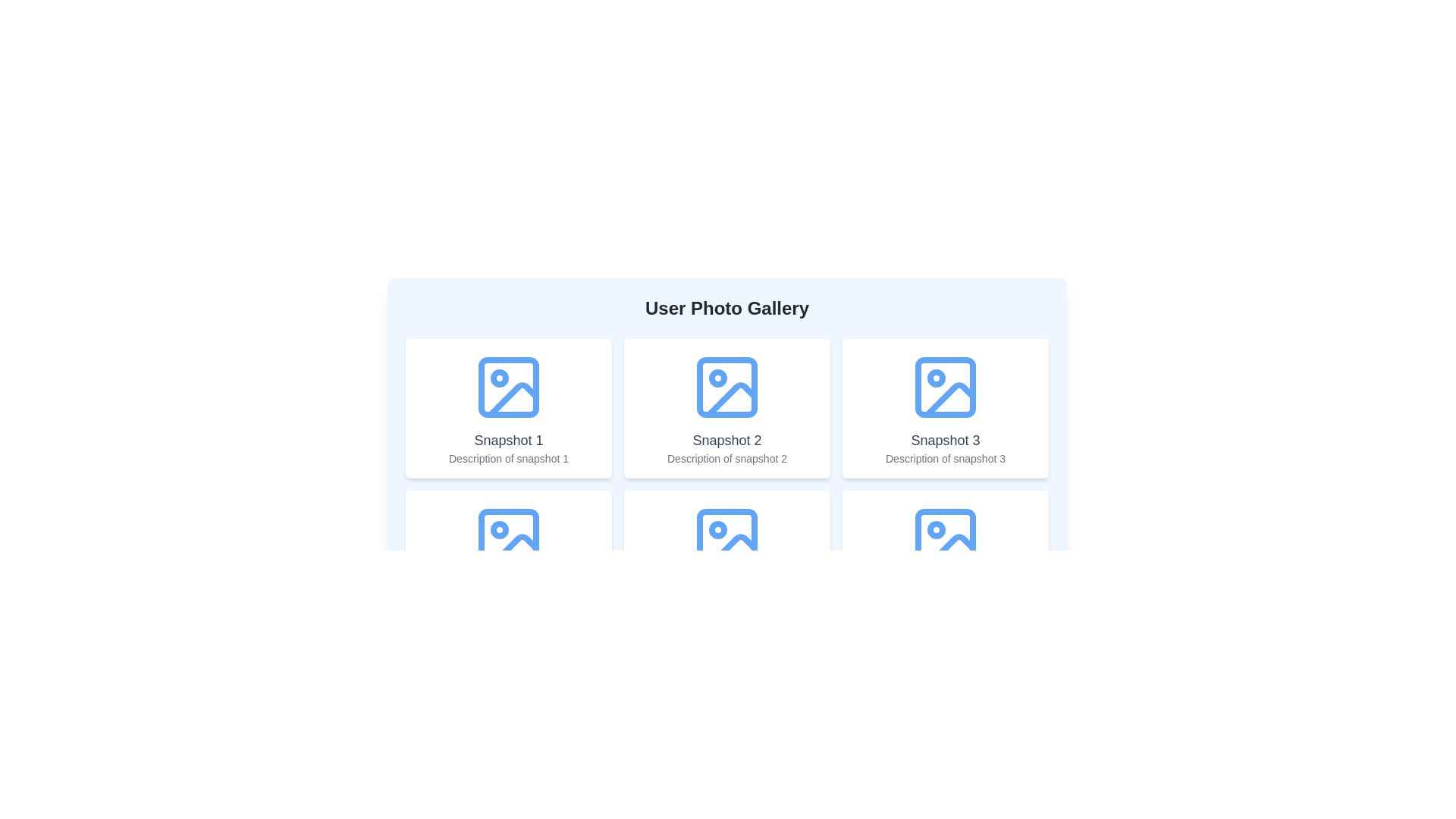  Describe the element at coordinates (945, 386) in the screenshot. I see `the icon representing an image or snapshot in the gallery located at the top-center of the card labeled 'Snapshot 3'` at that location.